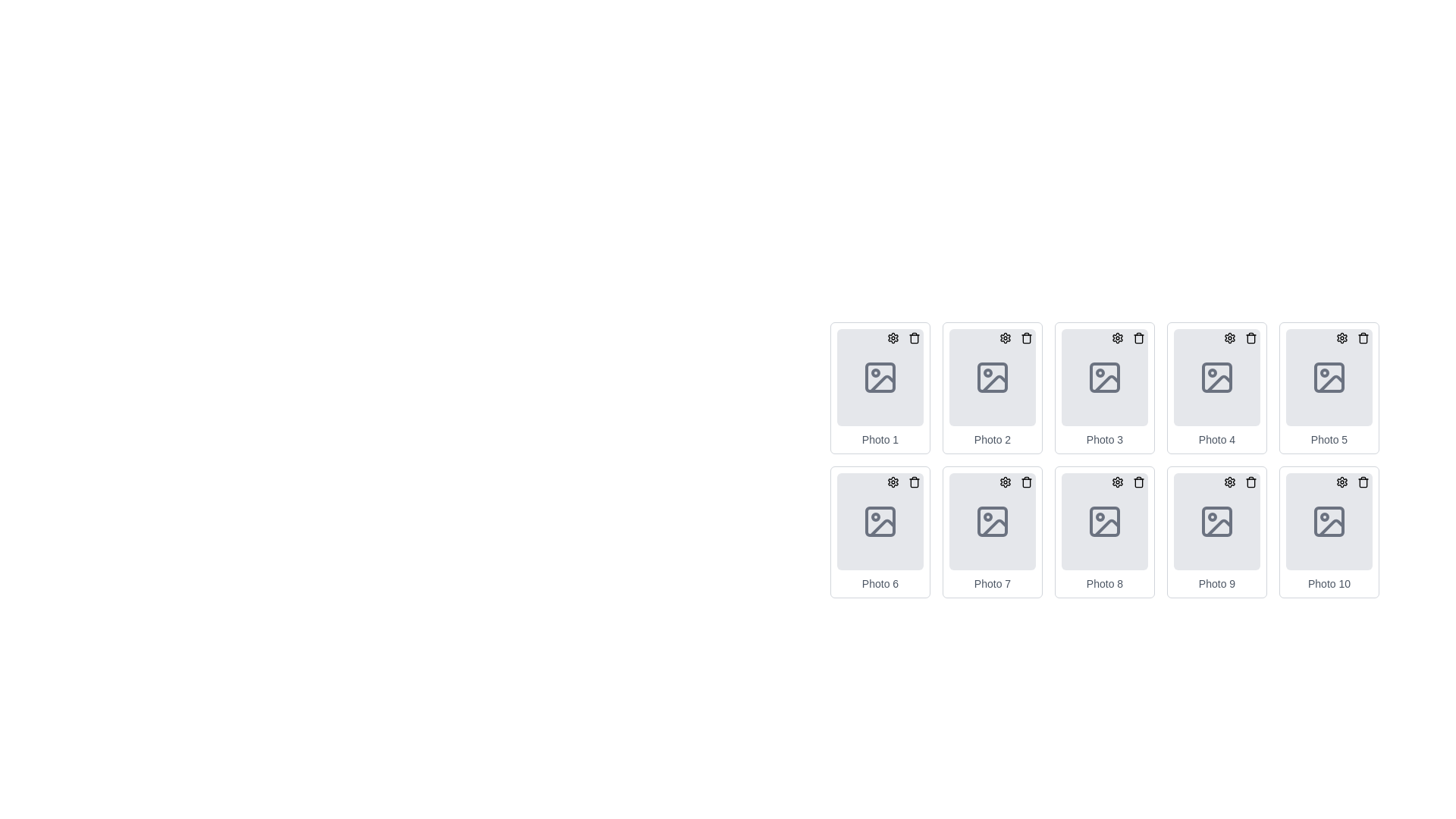 Image resolution: width=1456 pixels, height=819 pixels. I want to click on the circular button with a gear icon at the top-right corner of the card labeled 'Photo 9' to observe the highlight effect, so click(1230, 482).